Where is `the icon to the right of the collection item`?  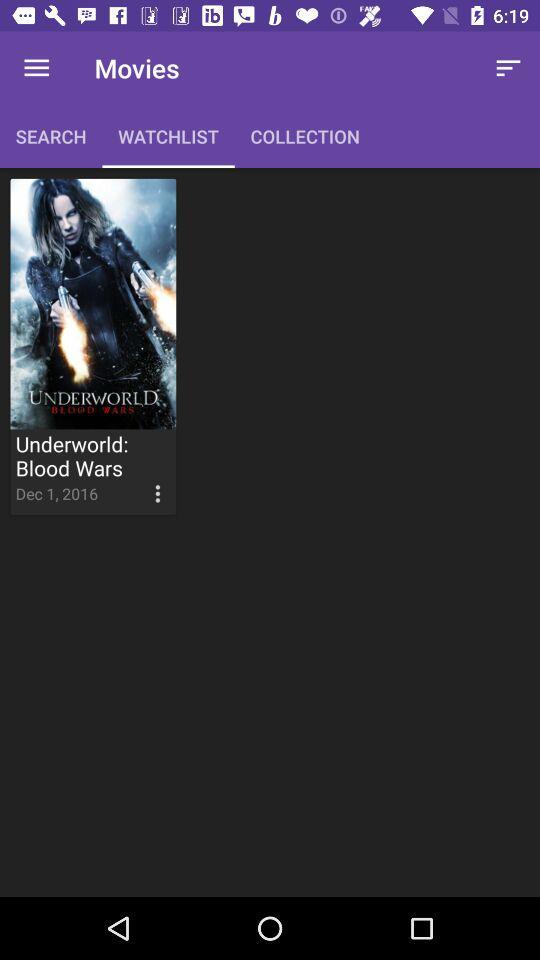
the icon to the right of the collection item is located at coordinates (508, 68).